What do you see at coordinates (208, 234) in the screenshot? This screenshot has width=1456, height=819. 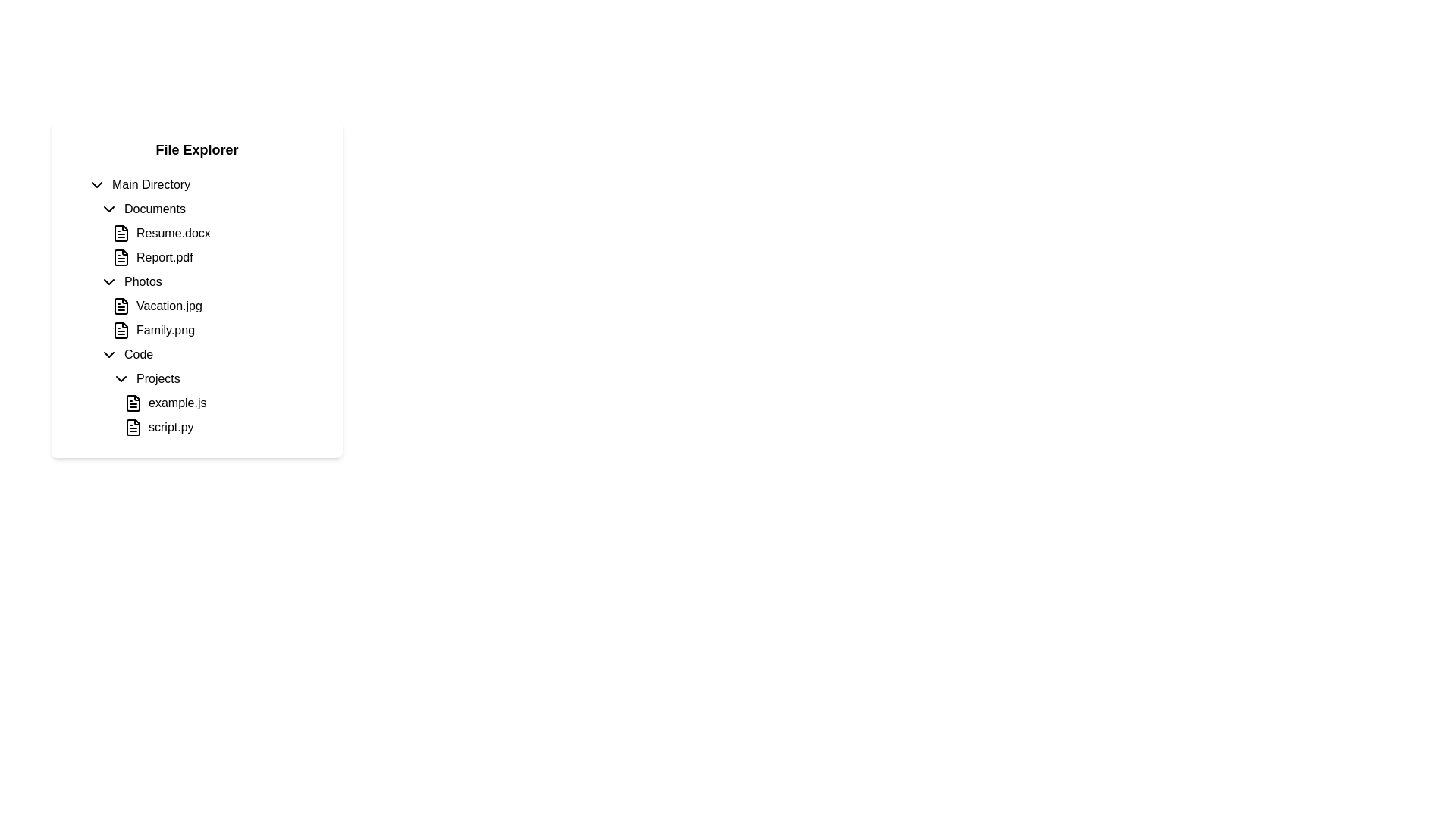 I see `on the file label for 'Resume.docx' located under the 'Documents' folder` at bounding box center [208, 234].